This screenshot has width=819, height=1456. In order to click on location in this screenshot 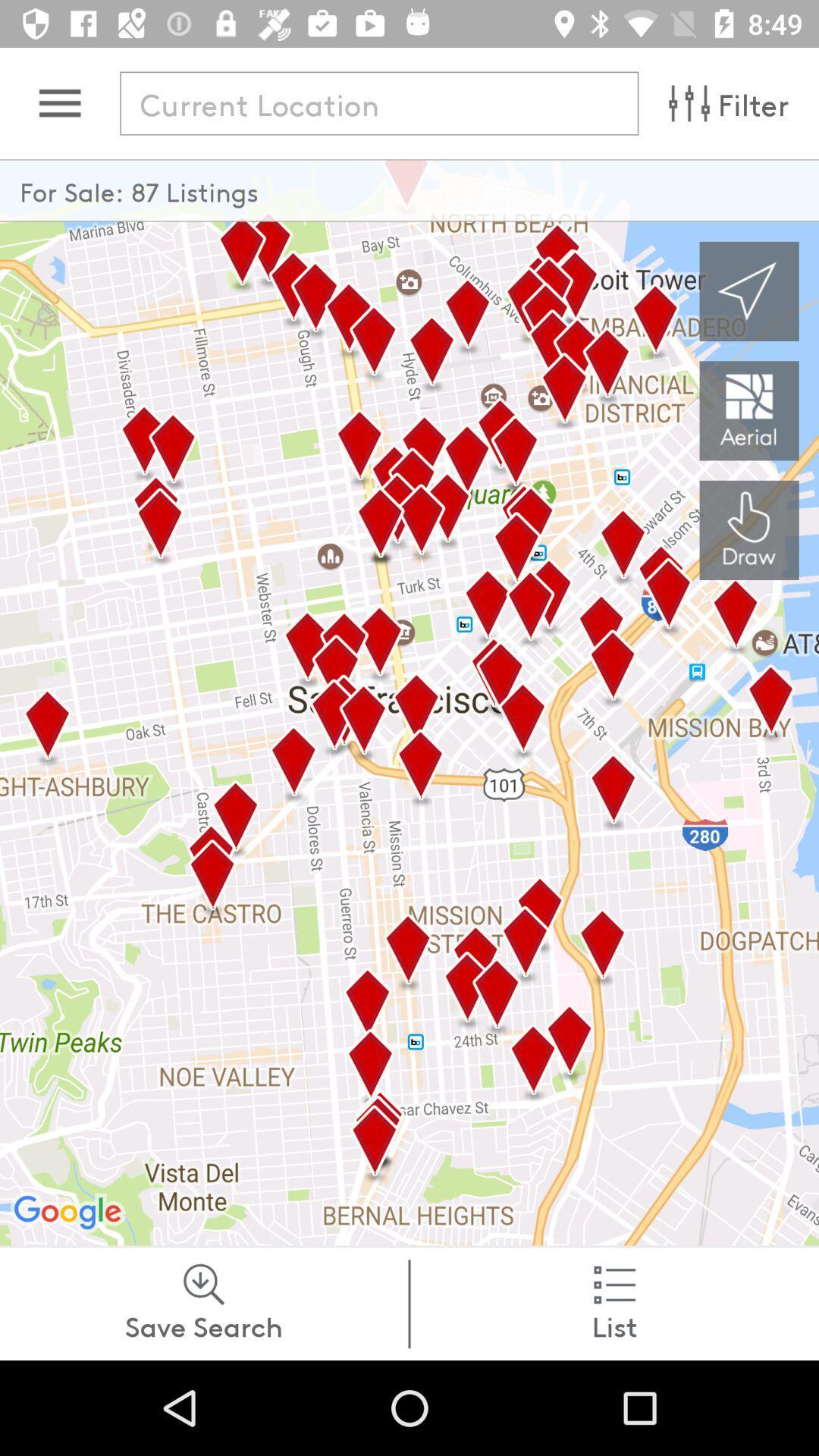, I will do `click(378, 102)`.